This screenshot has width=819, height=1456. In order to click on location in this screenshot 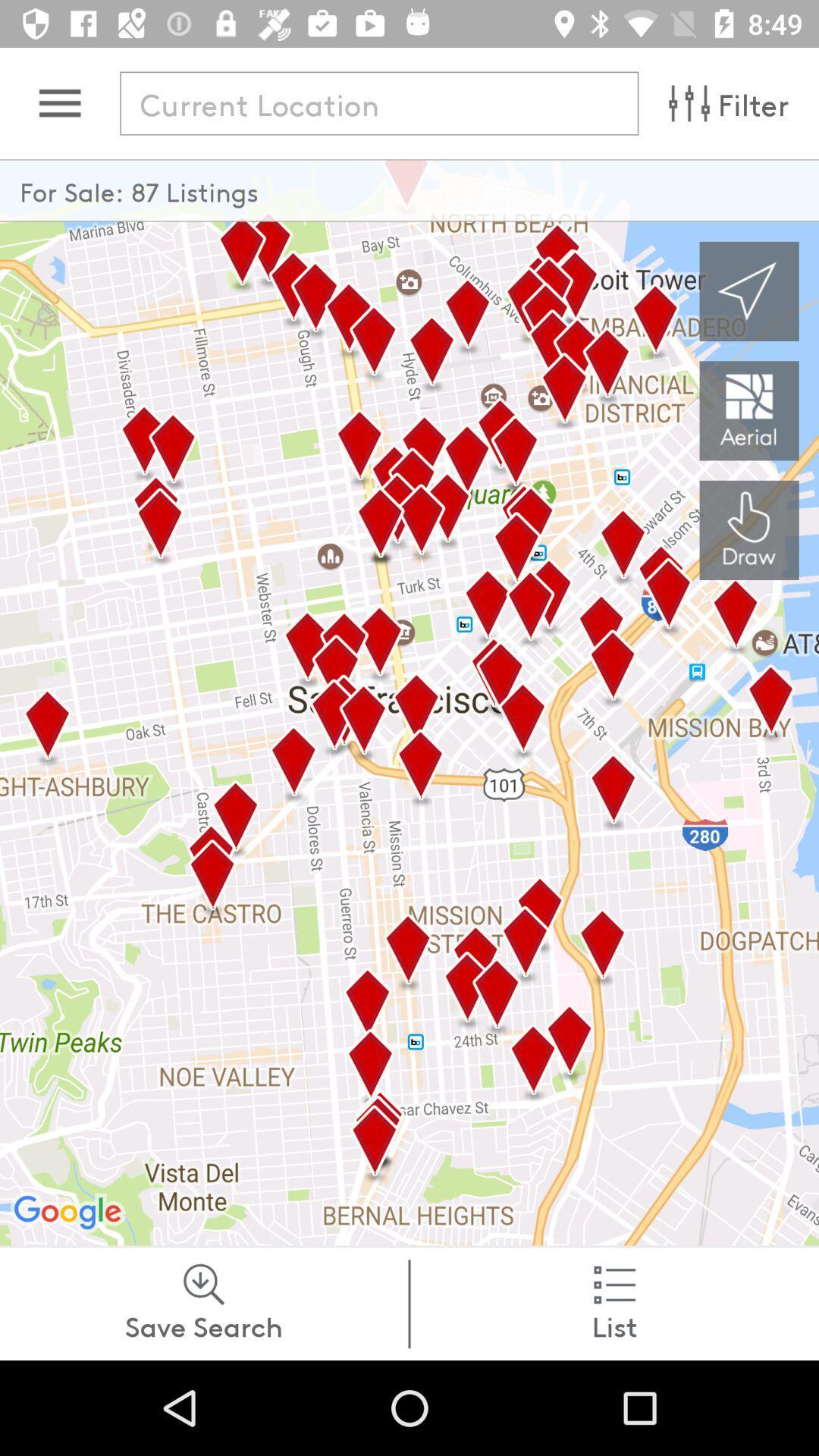, I will do `click(378, 102)`.